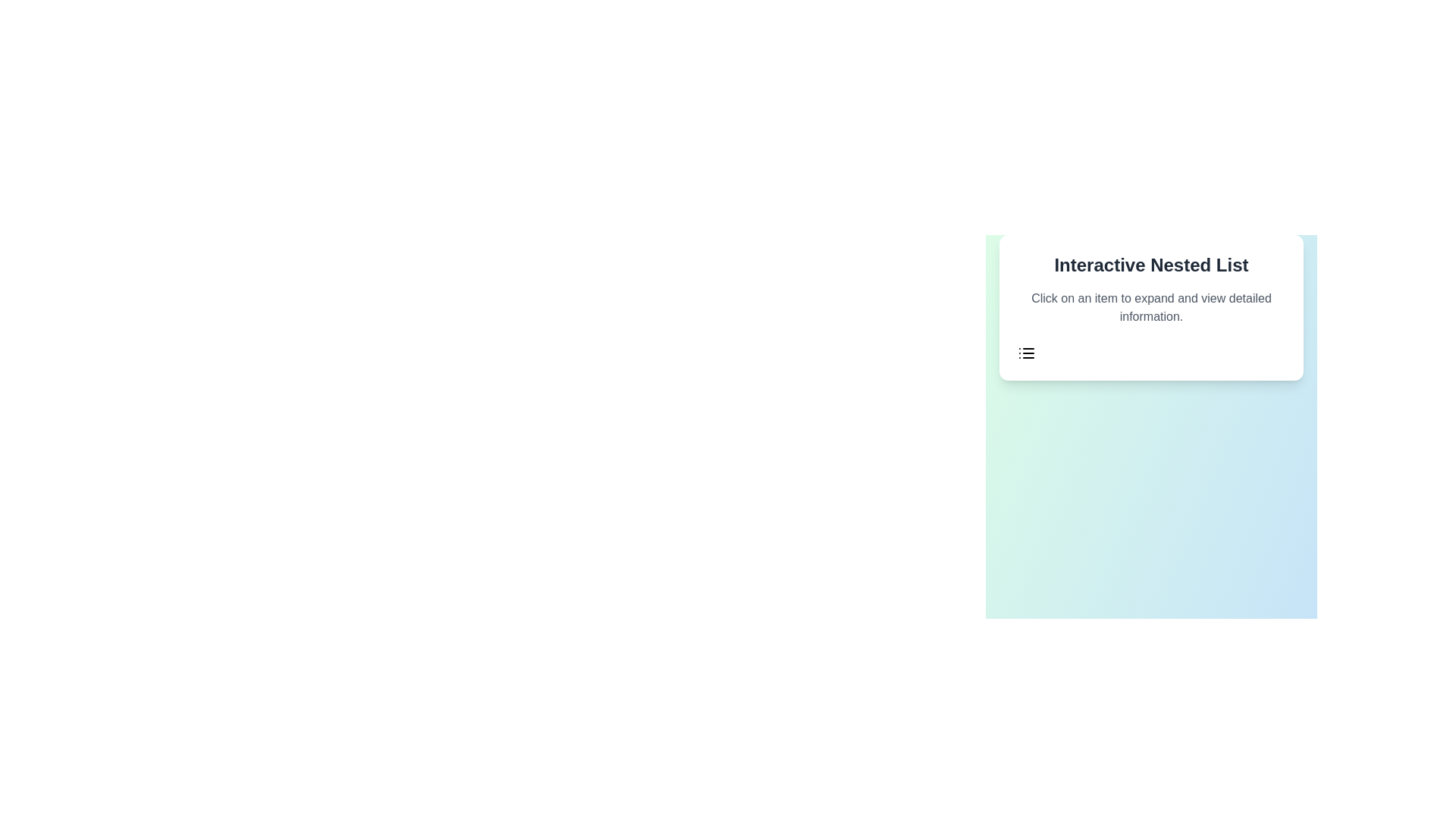 The height and width of the screenshot is (819, 1456). Describe the element at coordinates (1151, 307) in the screenshot. I see `the static text element that reads 'Click on an item to expand and view detailed information.', which is located below the title 'Interactive Nested List'` at that location.